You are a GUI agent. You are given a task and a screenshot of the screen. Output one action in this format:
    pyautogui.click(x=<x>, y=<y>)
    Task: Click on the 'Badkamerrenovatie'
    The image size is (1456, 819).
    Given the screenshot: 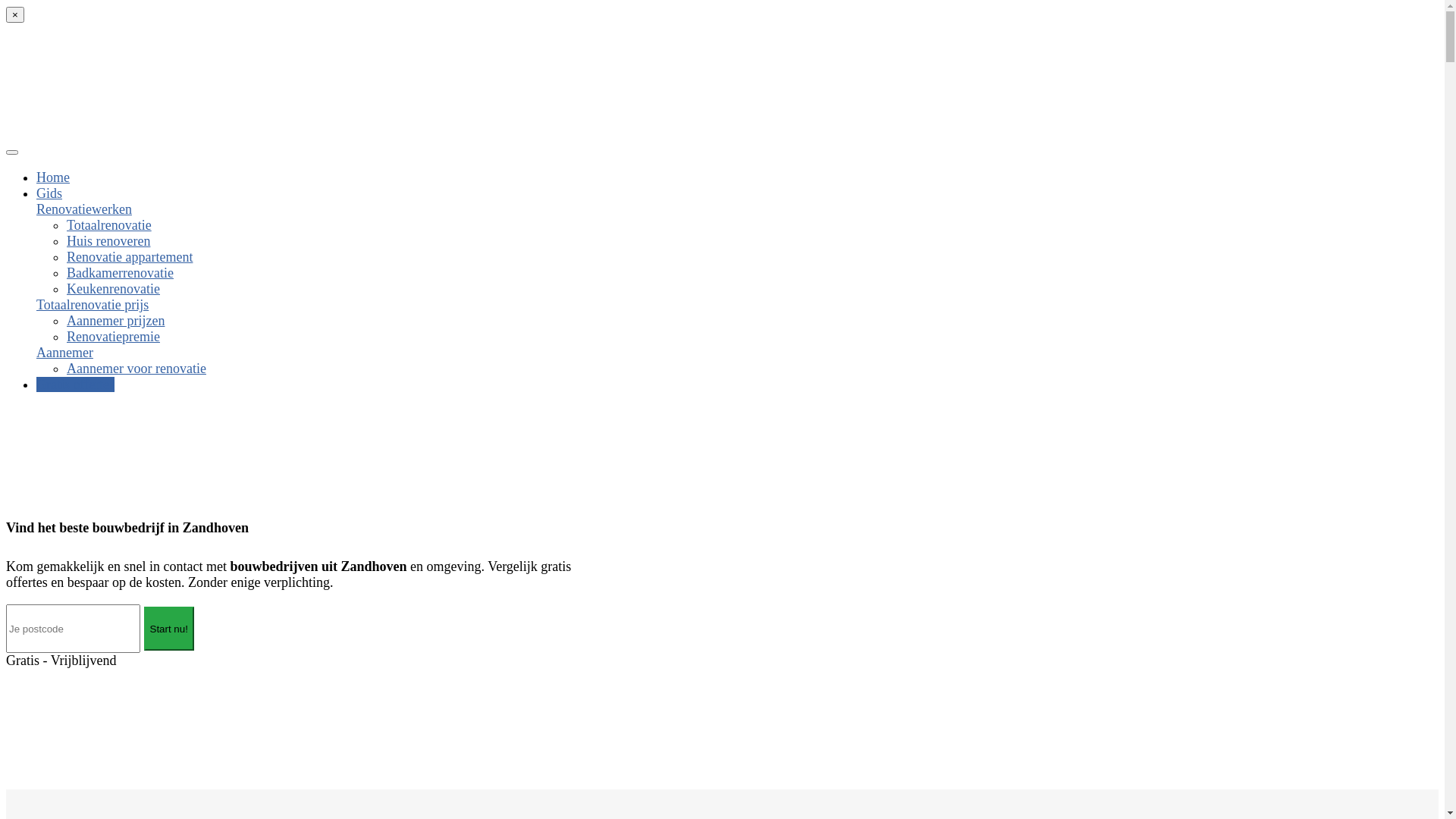 What is the action you would take?
    pyautogui.click(x=119, y=271)
    